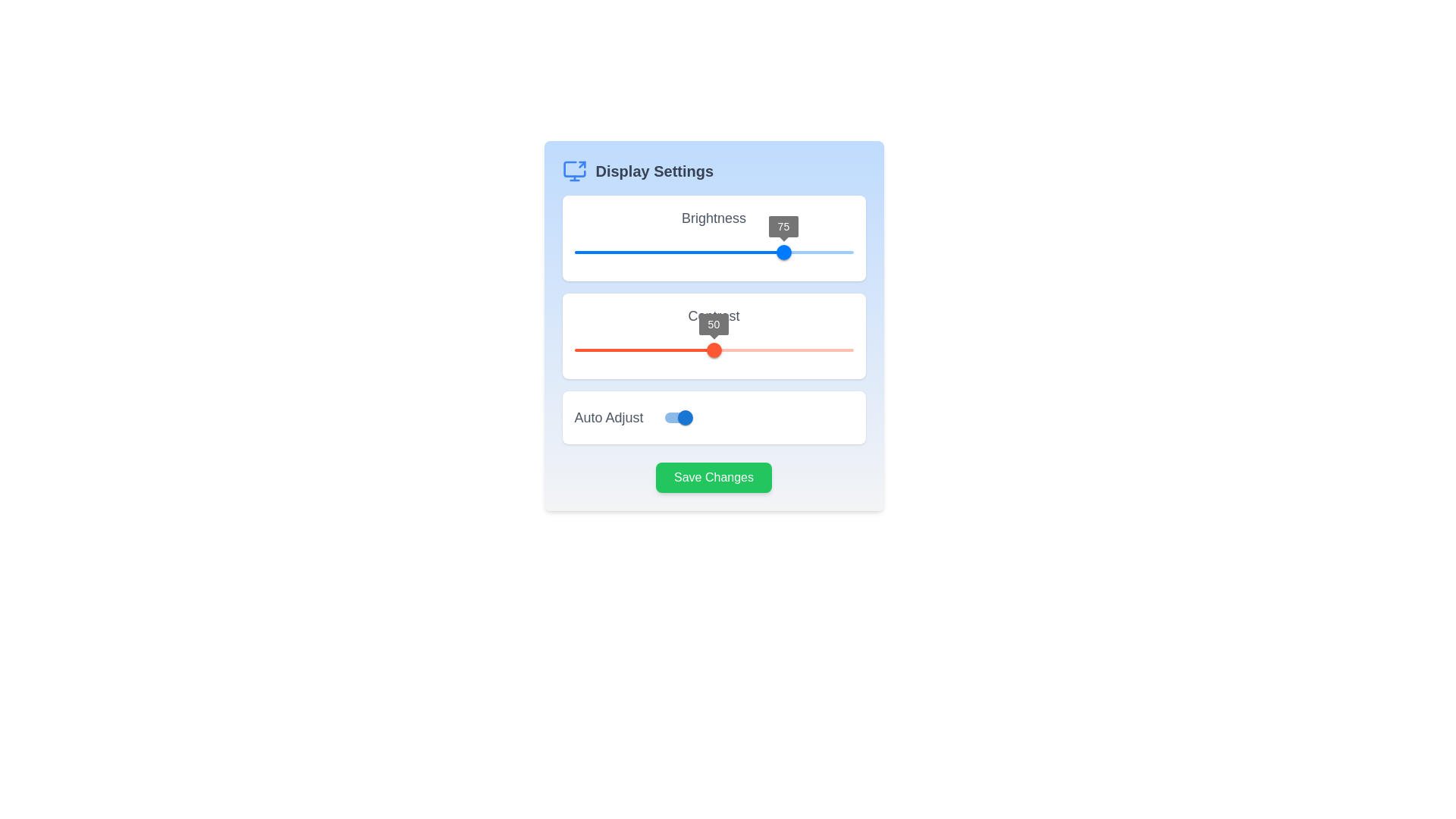  What do you see at coordinates (783, 226) in the screenshot?
I see `the circular badge displaying the value '75' which is located centrally above the blue knob of the 'Brightness' slider` at bounding box center [783, 226].